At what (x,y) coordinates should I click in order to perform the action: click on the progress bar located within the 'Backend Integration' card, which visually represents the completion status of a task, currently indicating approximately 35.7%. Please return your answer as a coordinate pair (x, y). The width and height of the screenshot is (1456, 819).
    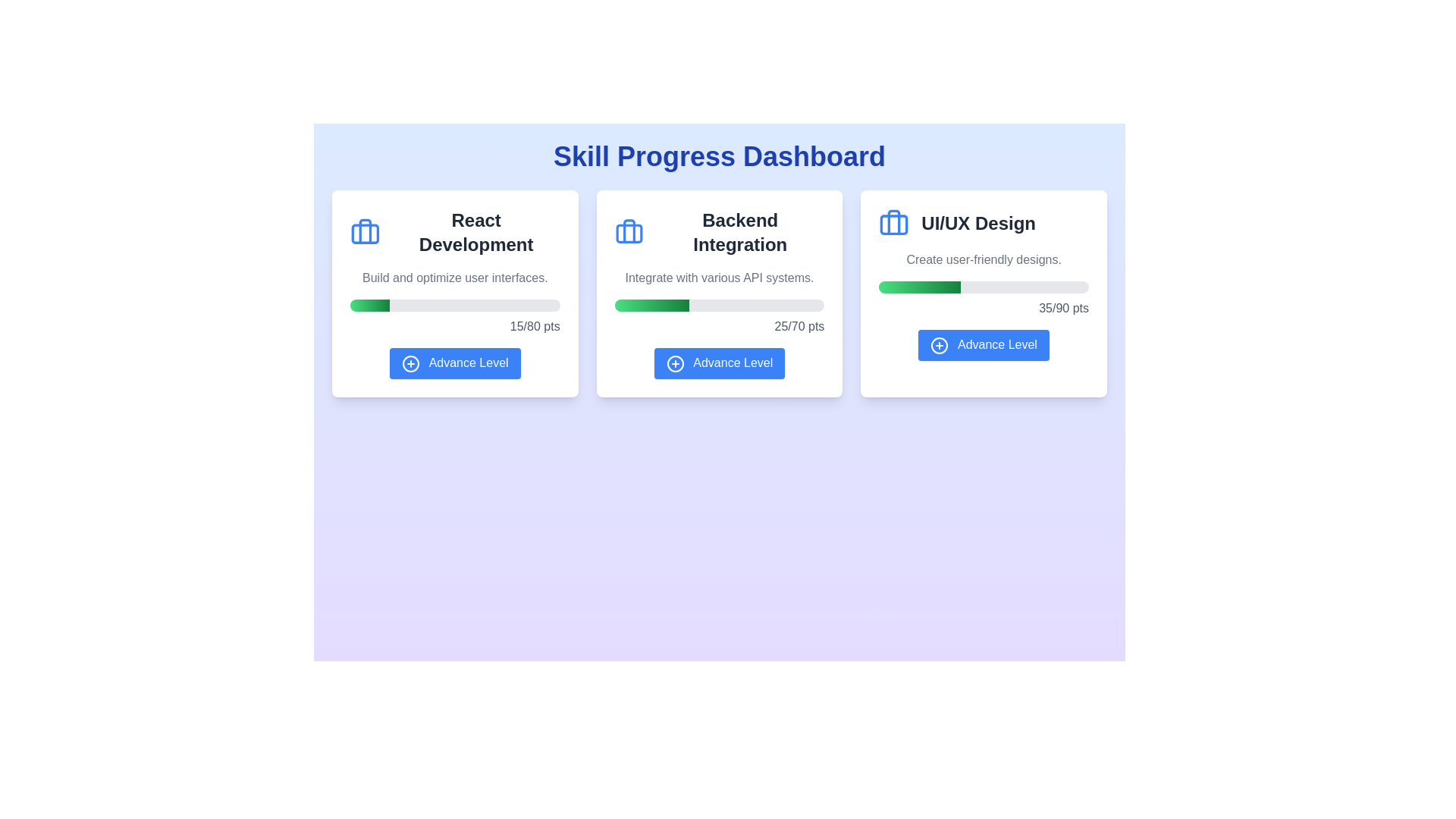
    Looking at the image, I should click on (719, 305).